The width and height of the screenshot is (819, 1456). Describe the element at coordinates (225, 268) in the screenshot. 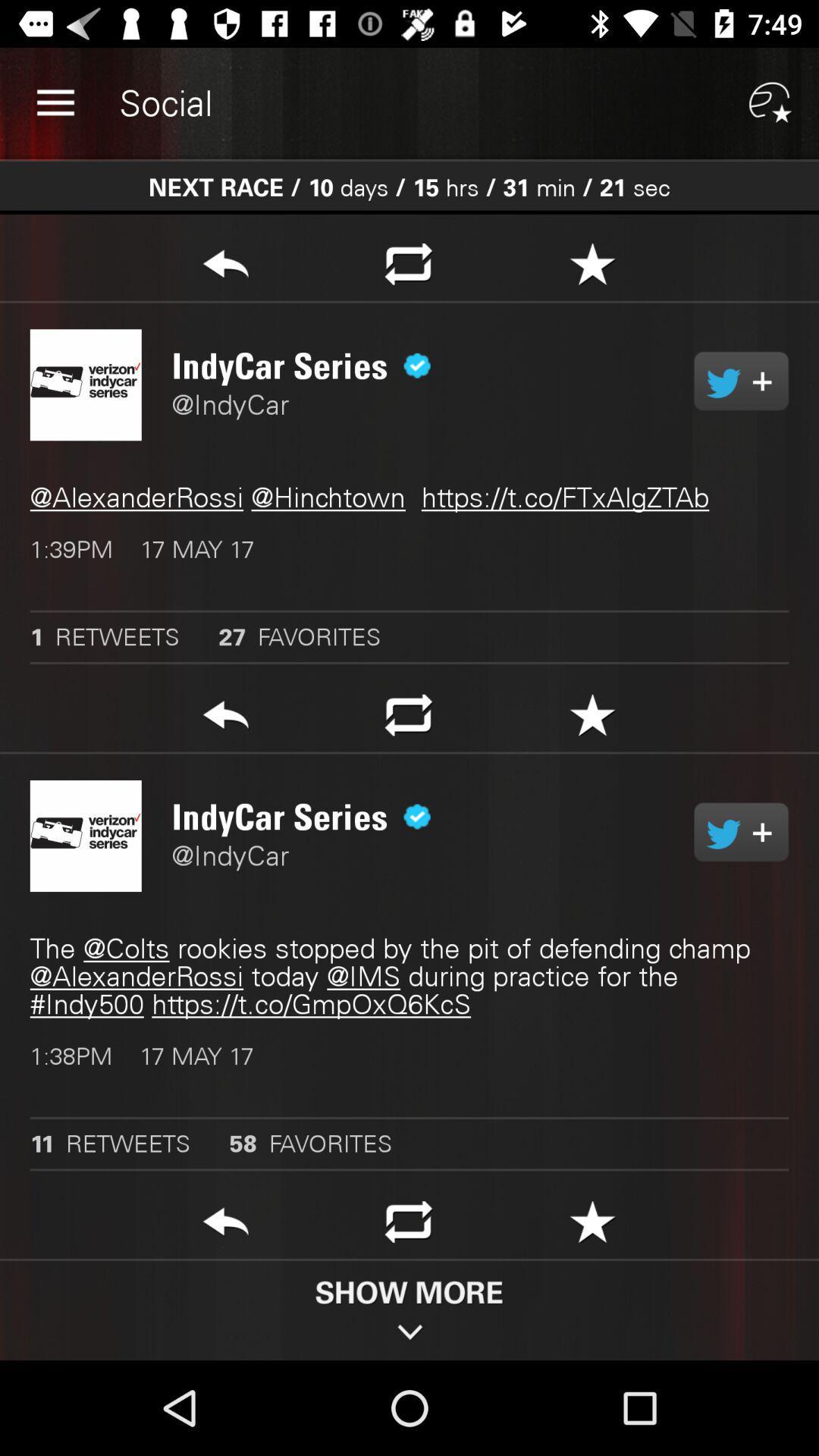

I see `share tweet` at that location.